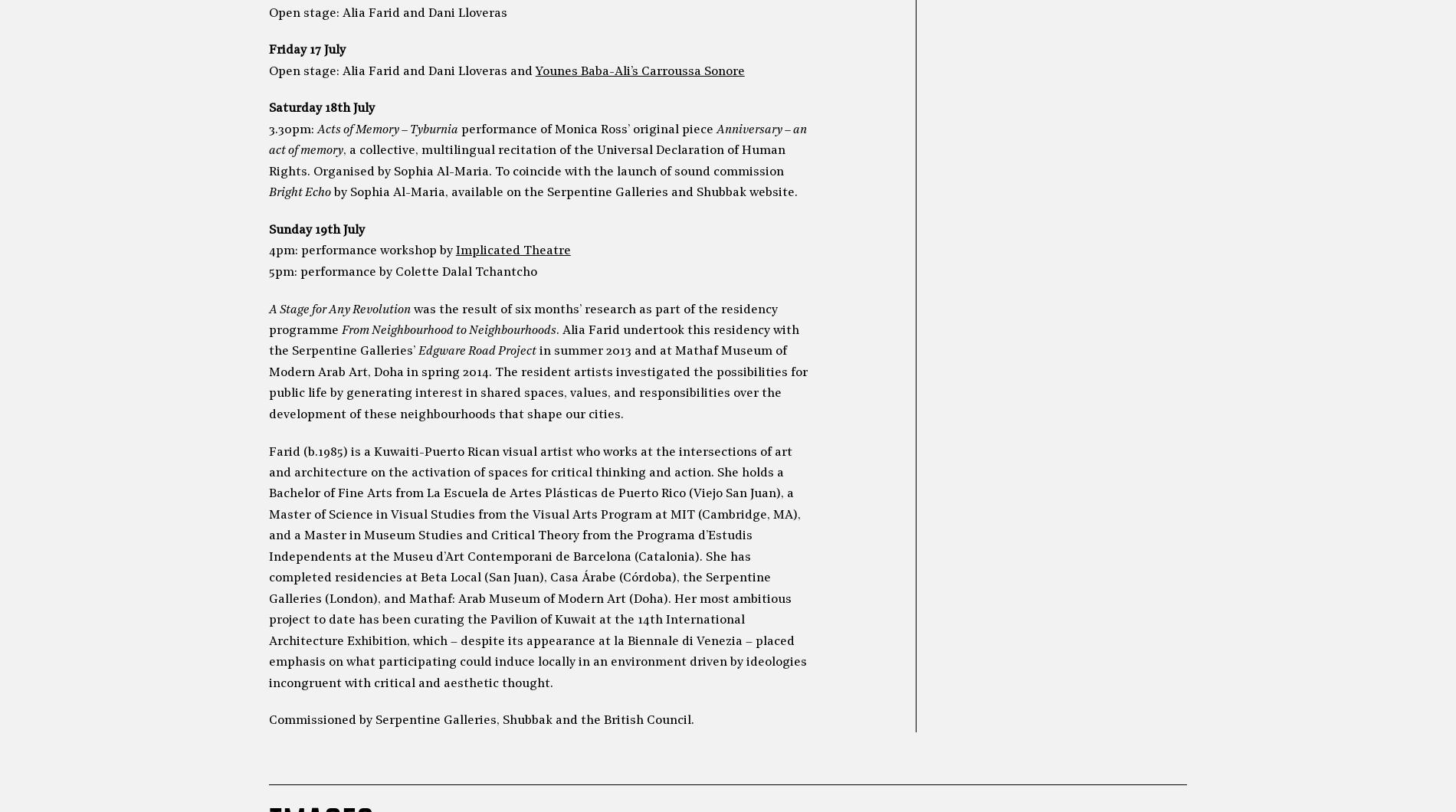  I want to click on 'Bright Echo', so click(298, 192).